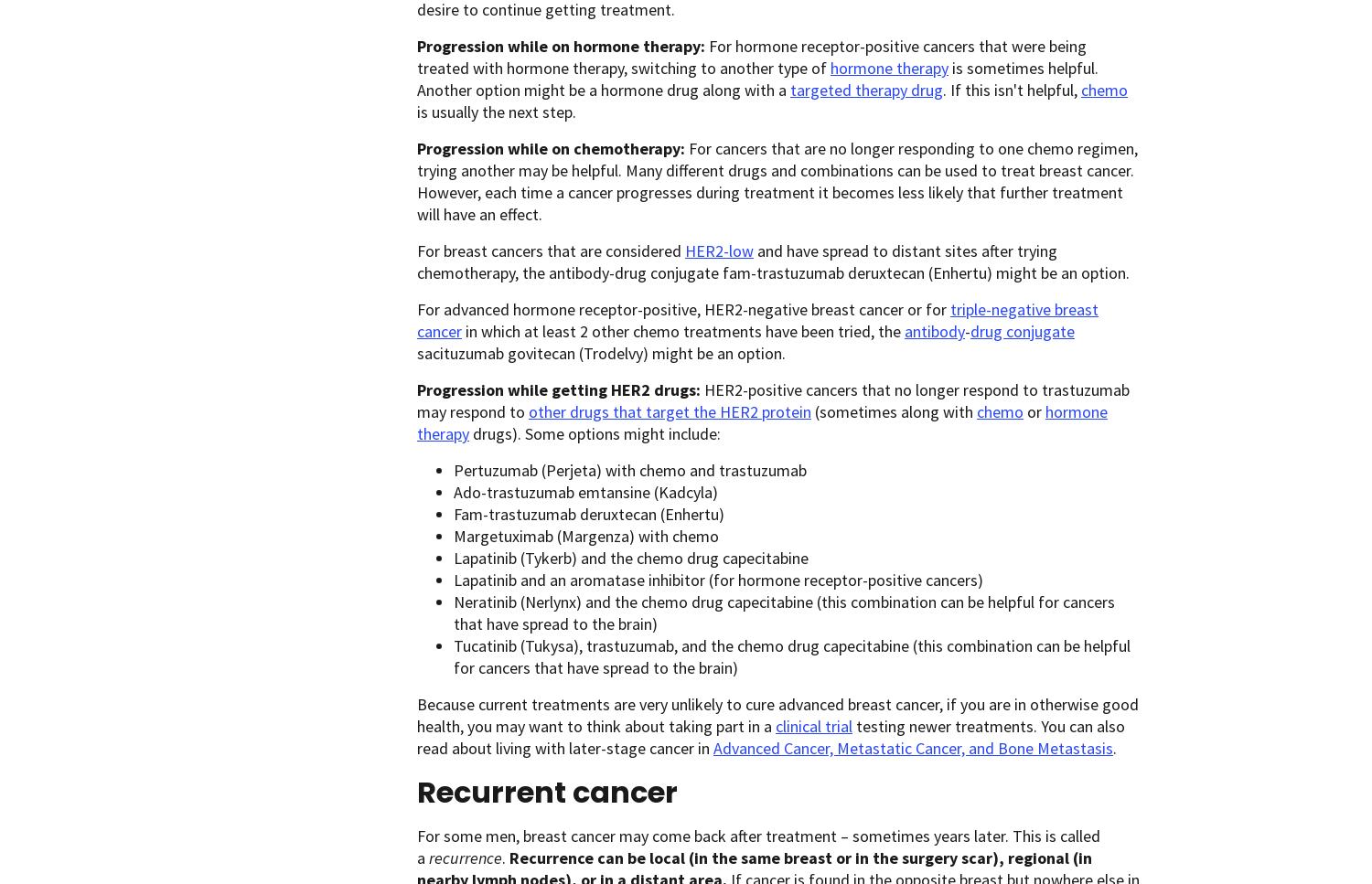  I want to click on 'Ado-trastuzumab emtansine (Kadcyla)', so click(453, 492).